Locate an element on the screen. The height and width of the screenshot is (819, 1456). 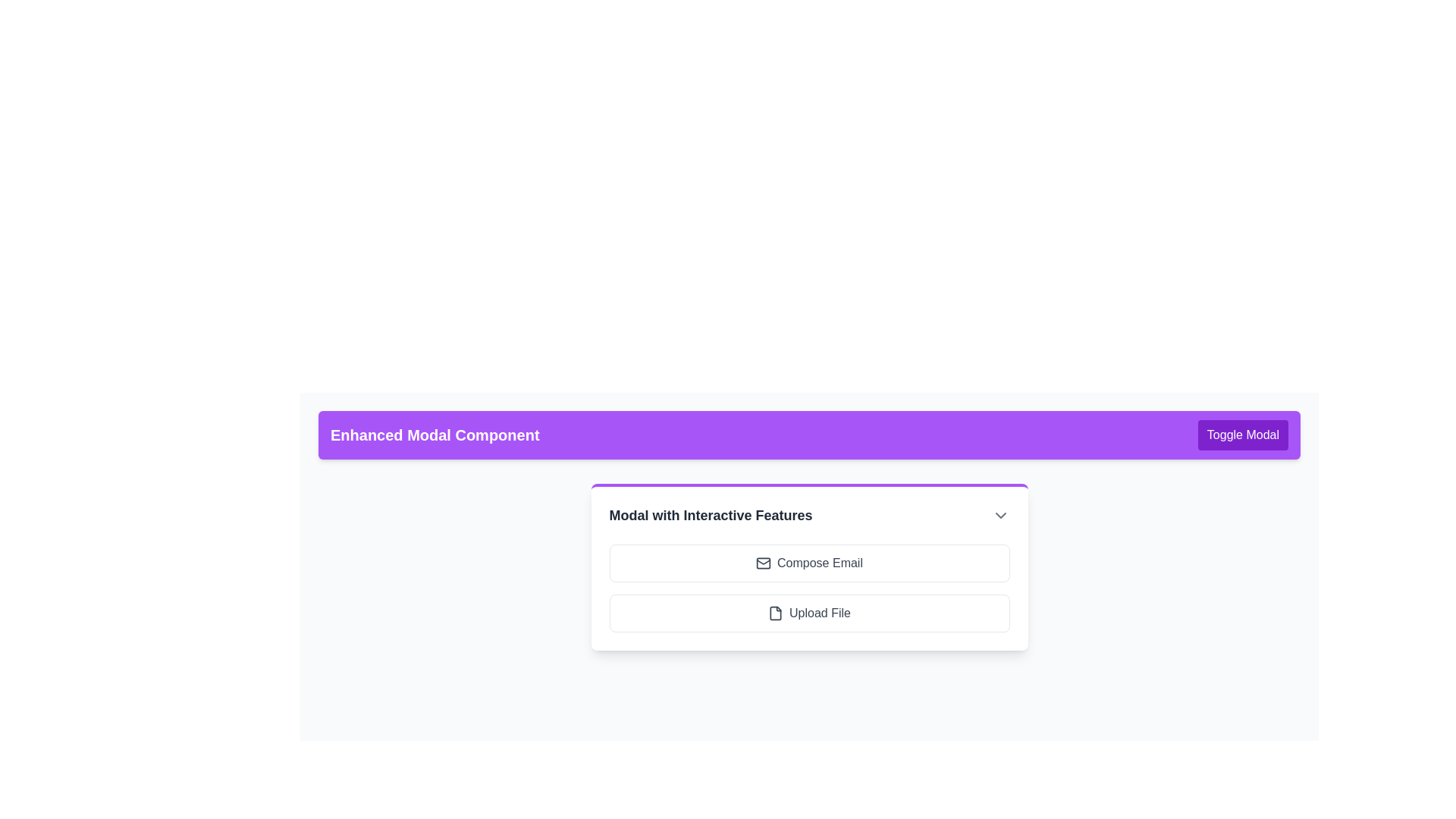
the 'Upload File' button, which has gray text and a file icon on the left, located at the bottom of the section is located at coordinates (808, 613).